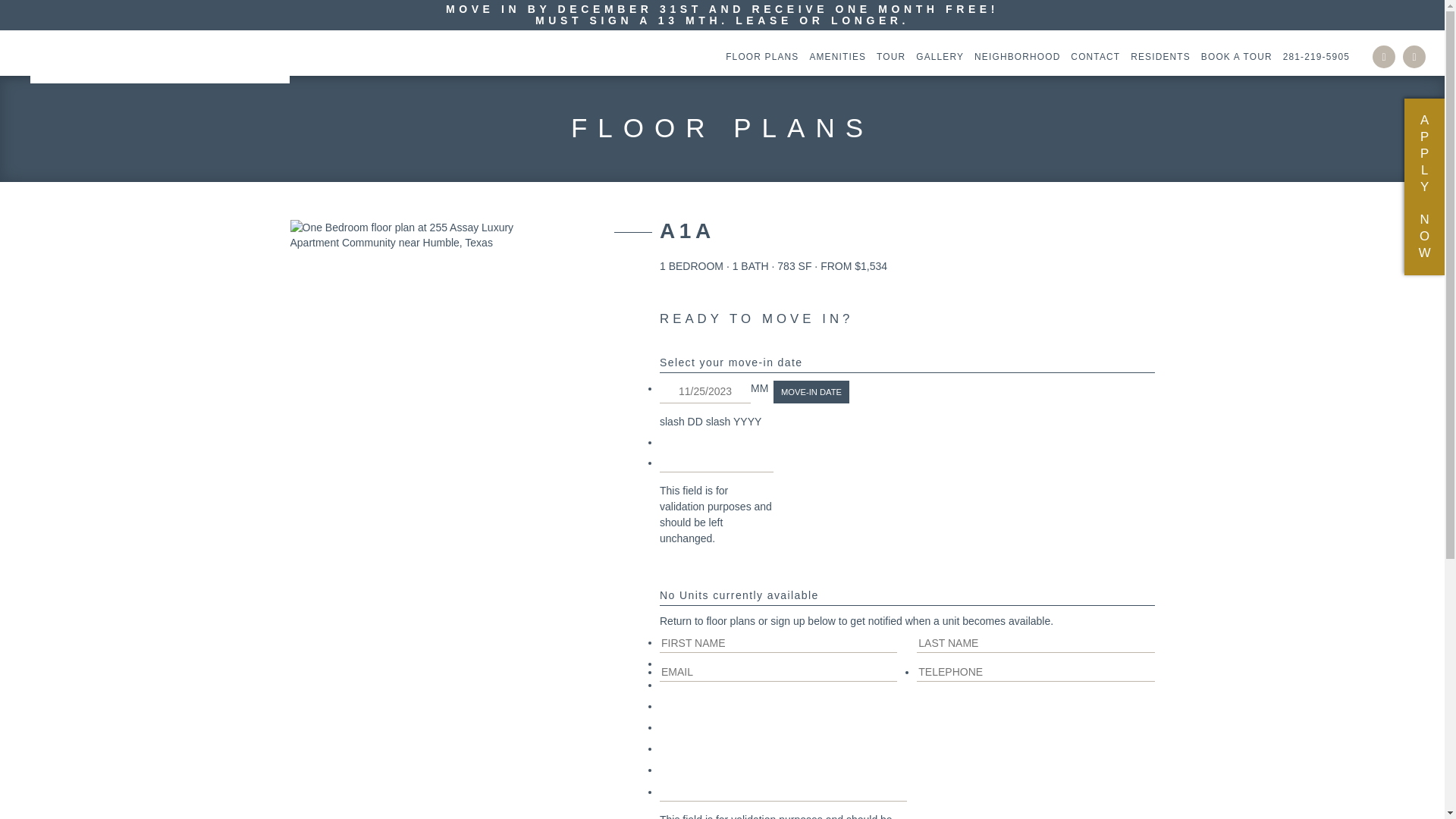 The image size is (1456, 819). What do you see at coordinates (1423, 186) in the screenshot?
I see `'A` at bounding box center [1423, 186].